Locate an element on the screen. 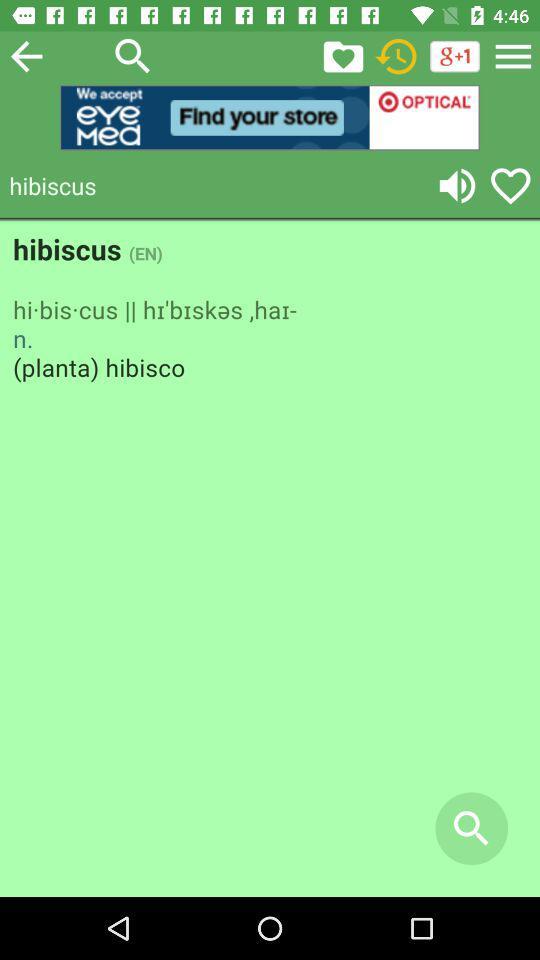  switch the likeoption is located at coordinates (342, 55).